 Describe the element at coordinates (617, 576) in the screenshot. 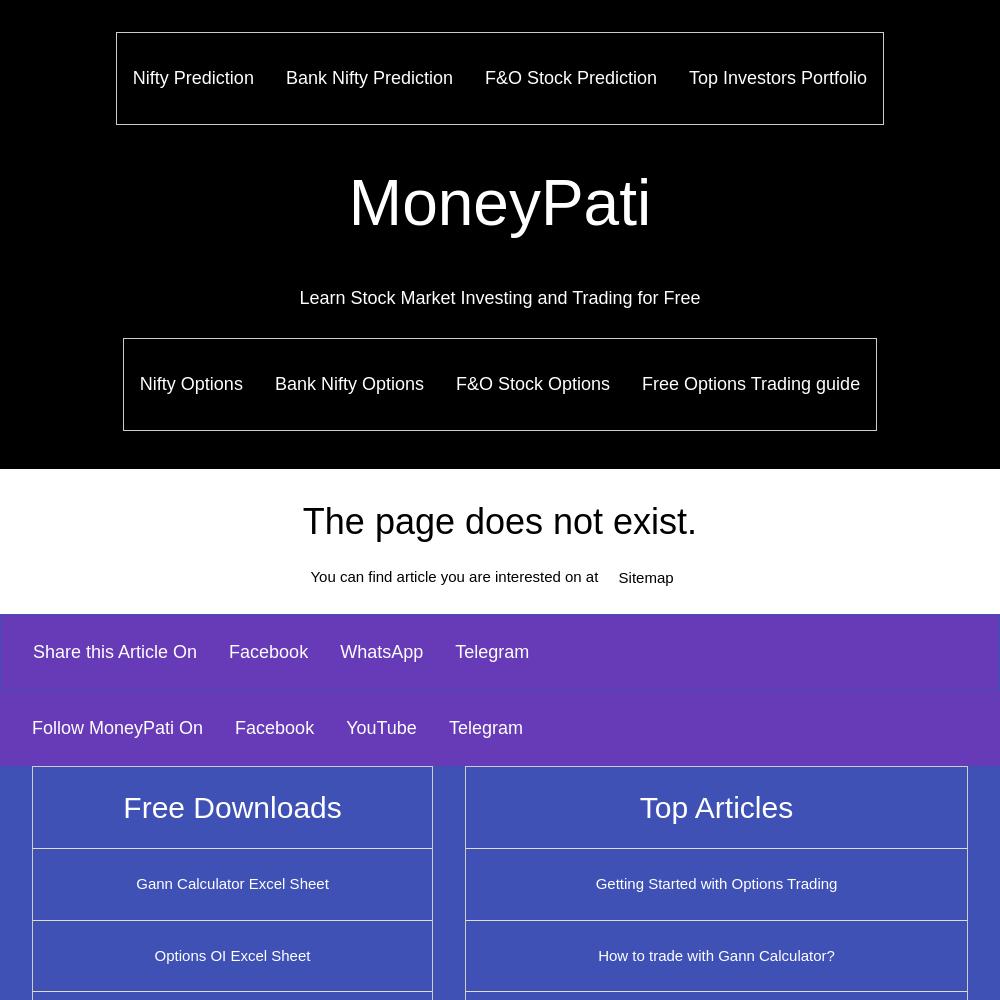

I see `'Sitemap'` at that location.